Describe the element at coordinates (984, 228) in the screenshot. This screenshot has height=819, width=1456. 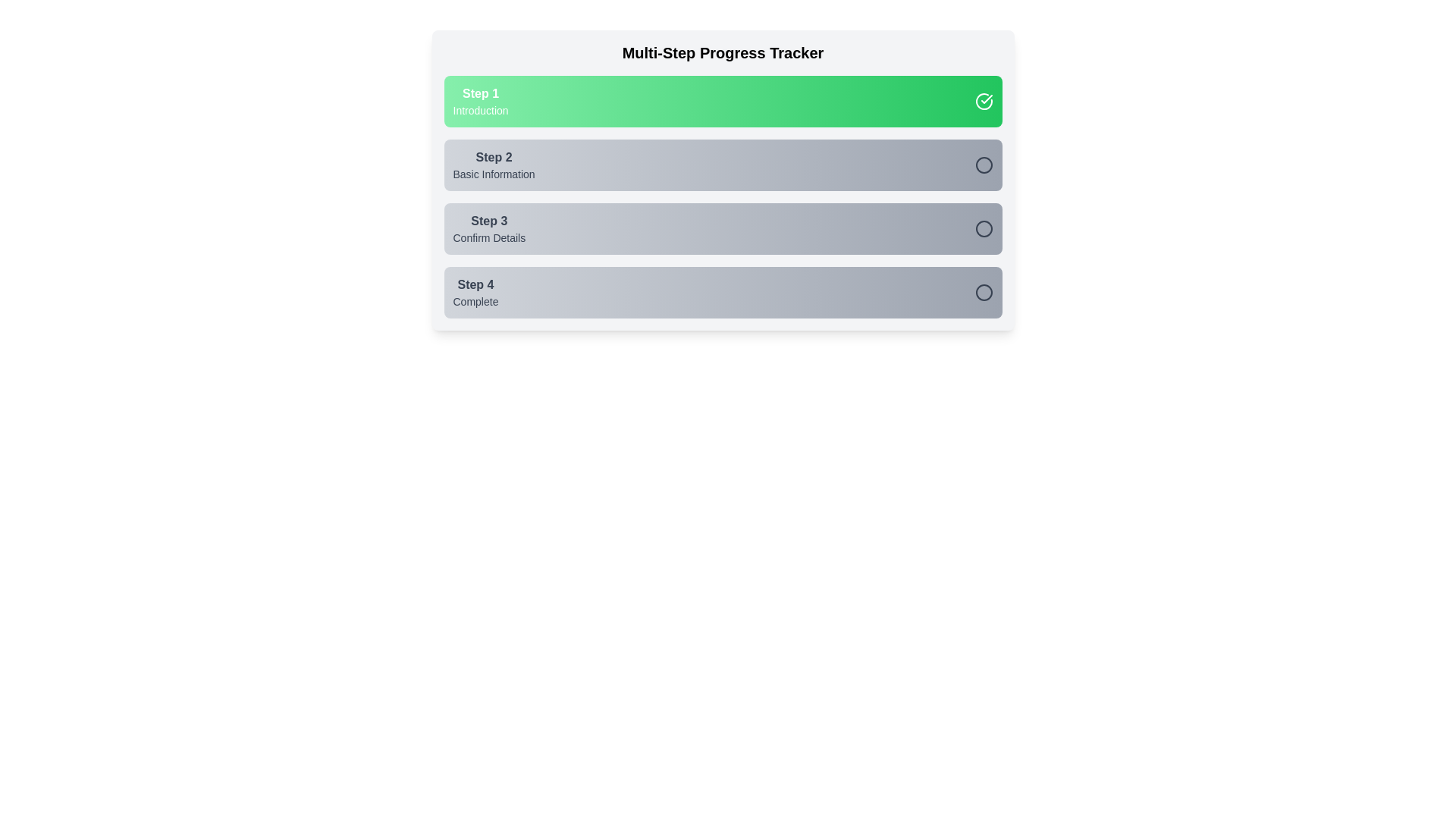
I see `the vector graphic circle that represents Step 3 in the multi-step progress tracker` at that location.